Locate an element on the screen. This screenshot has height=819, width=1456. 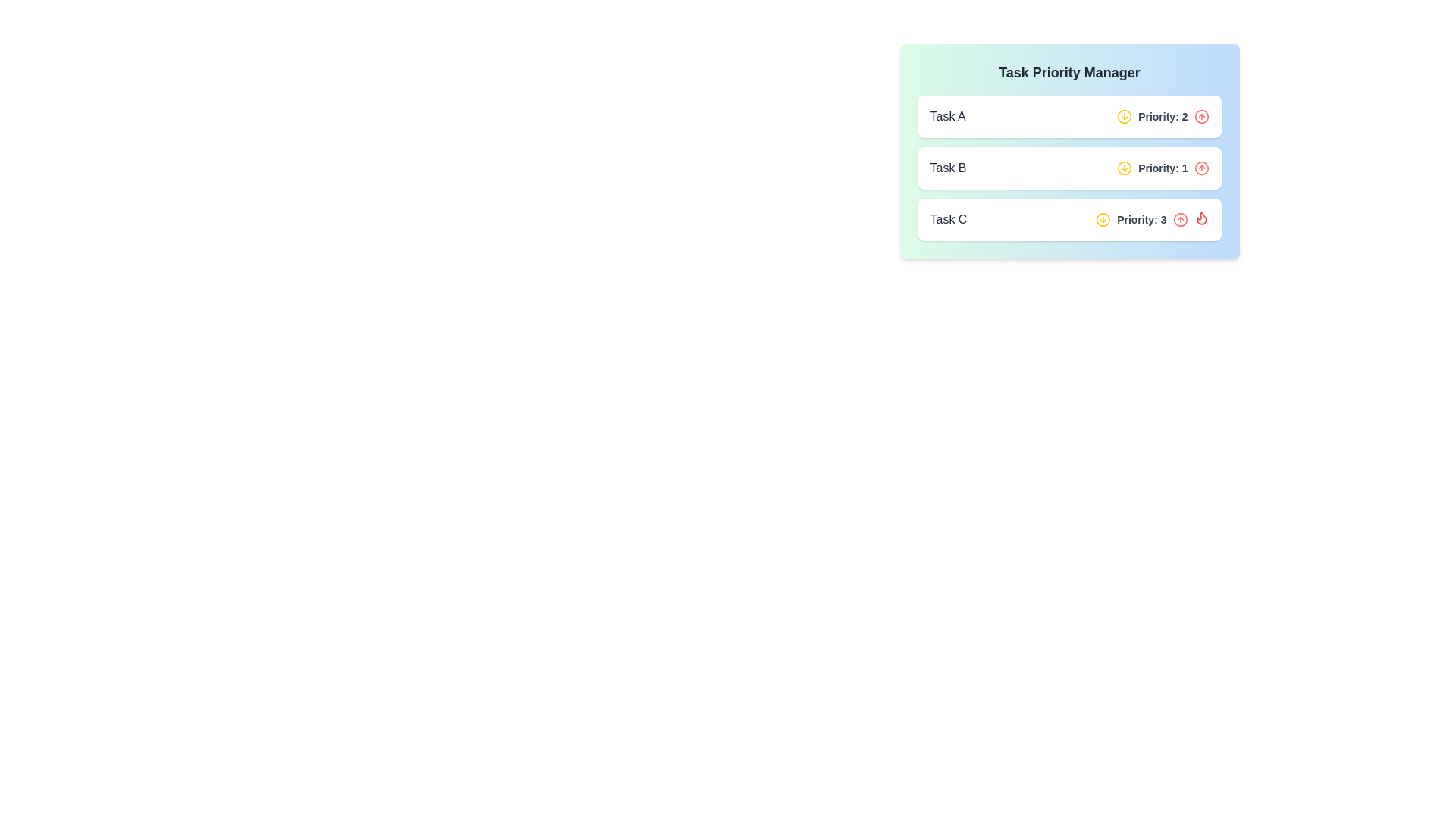
the icons within the card that displays information about 'Task C' with priority 3, located as the third card in a vertical series of cards is located at coordinates (1068, 219).